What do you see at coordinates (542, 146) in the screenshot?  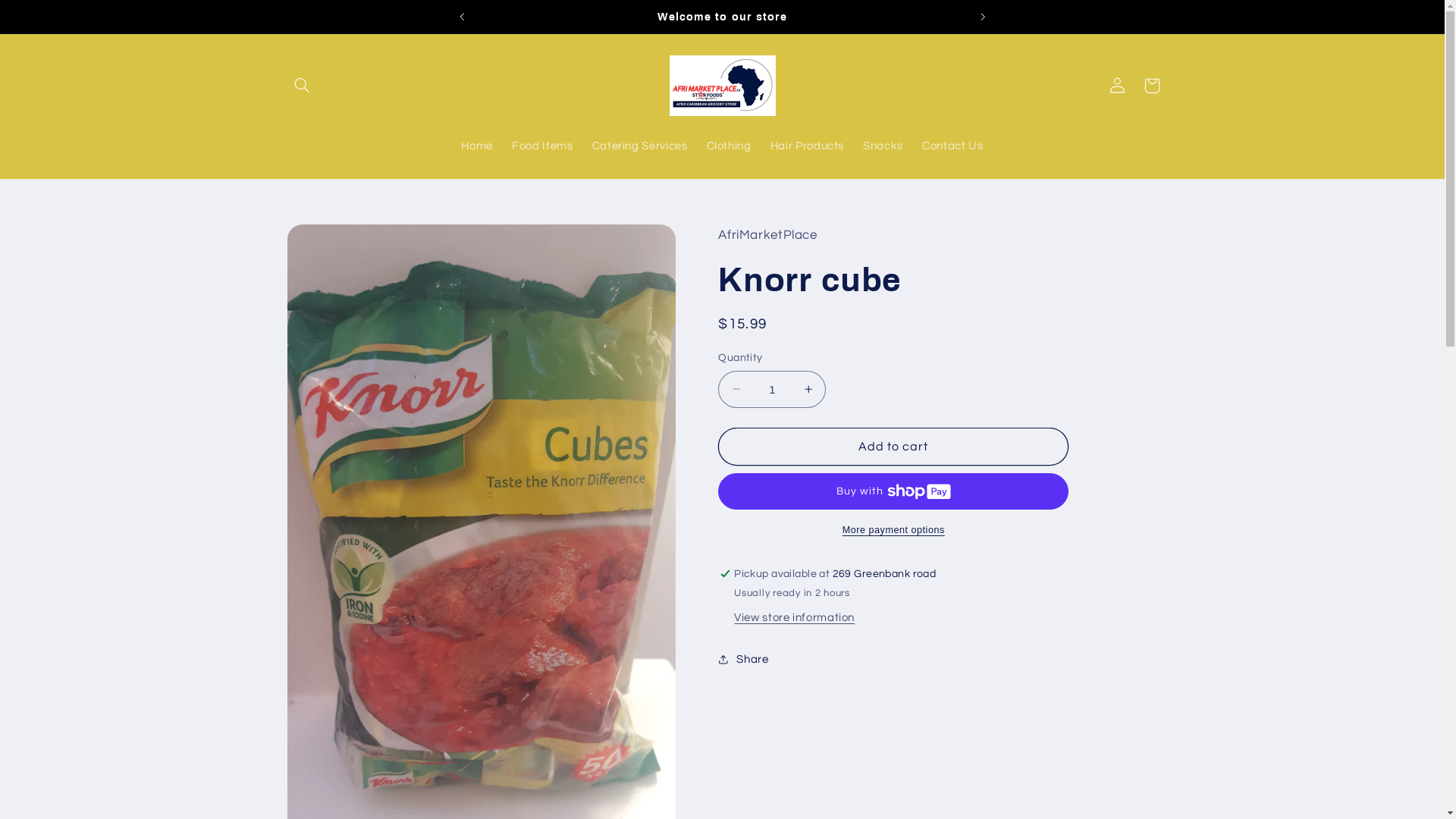 I see `'Food Items'` at bounding box center [542, 146].